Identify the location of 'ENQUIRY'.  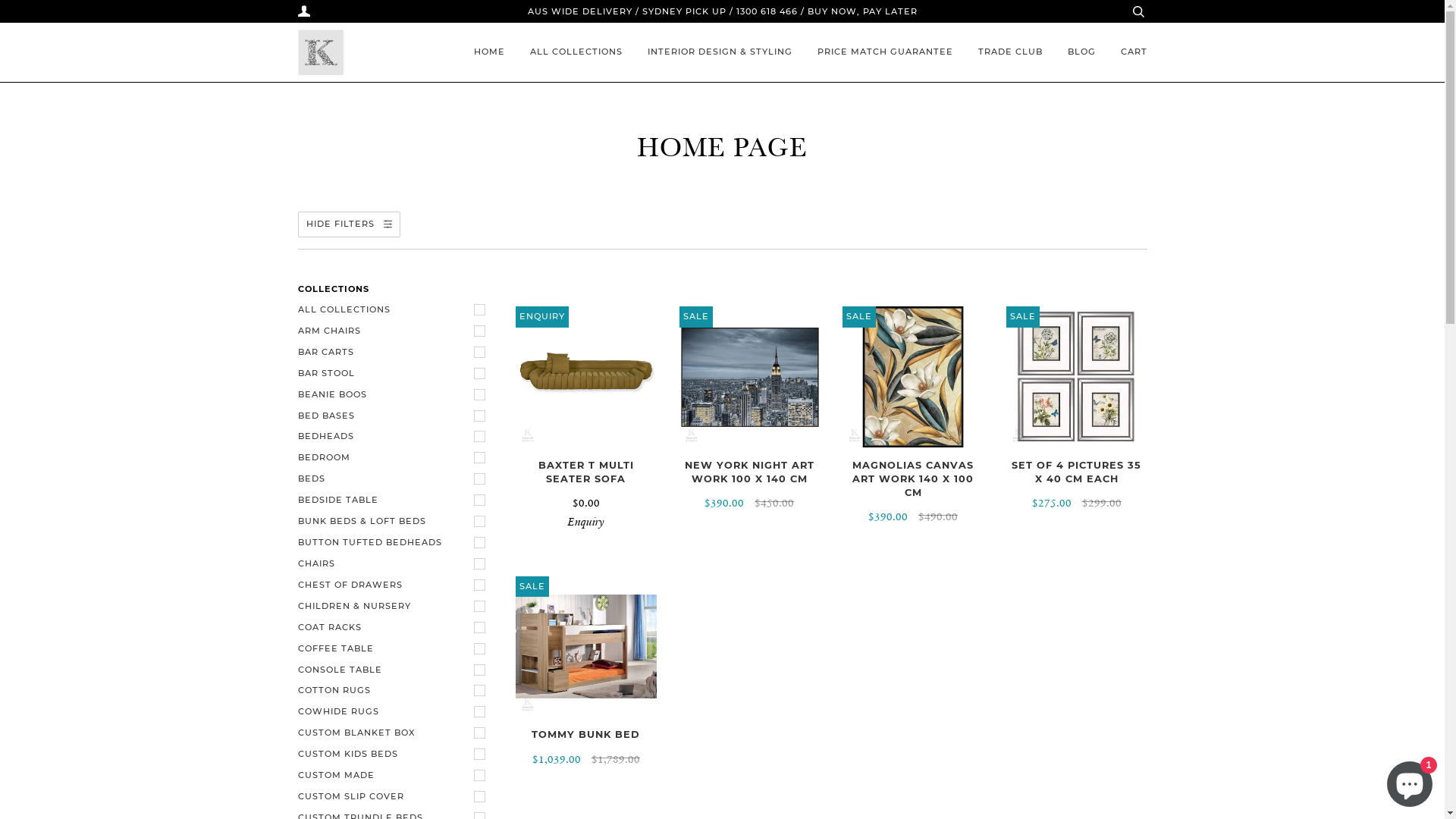
(585, 376).